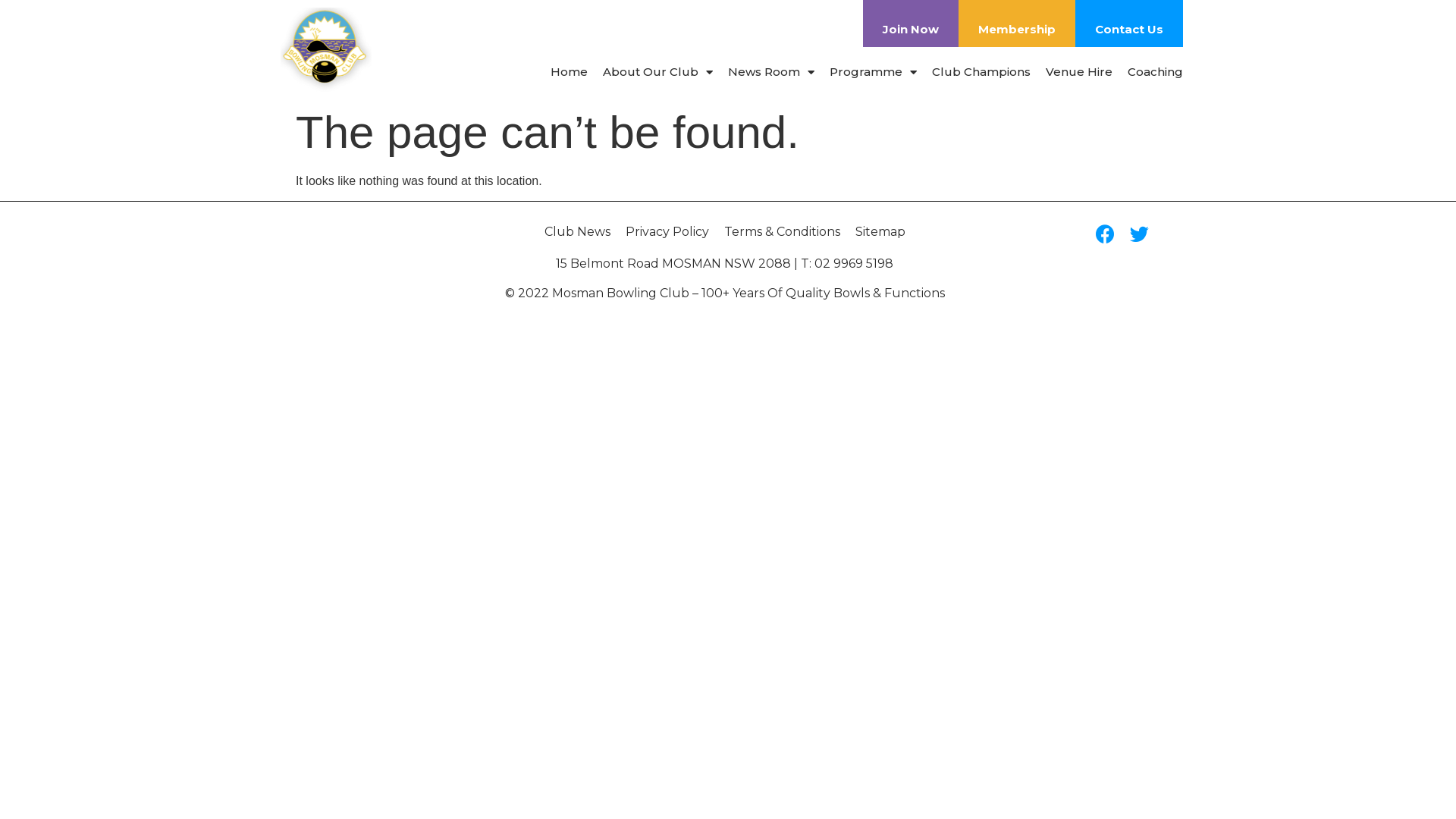 The height and width of the screenshot is (819, 1456). What do you see at coordinates (576, 231) in the screenshot?
I see `'Club News'` at bounding box center [576, 231].